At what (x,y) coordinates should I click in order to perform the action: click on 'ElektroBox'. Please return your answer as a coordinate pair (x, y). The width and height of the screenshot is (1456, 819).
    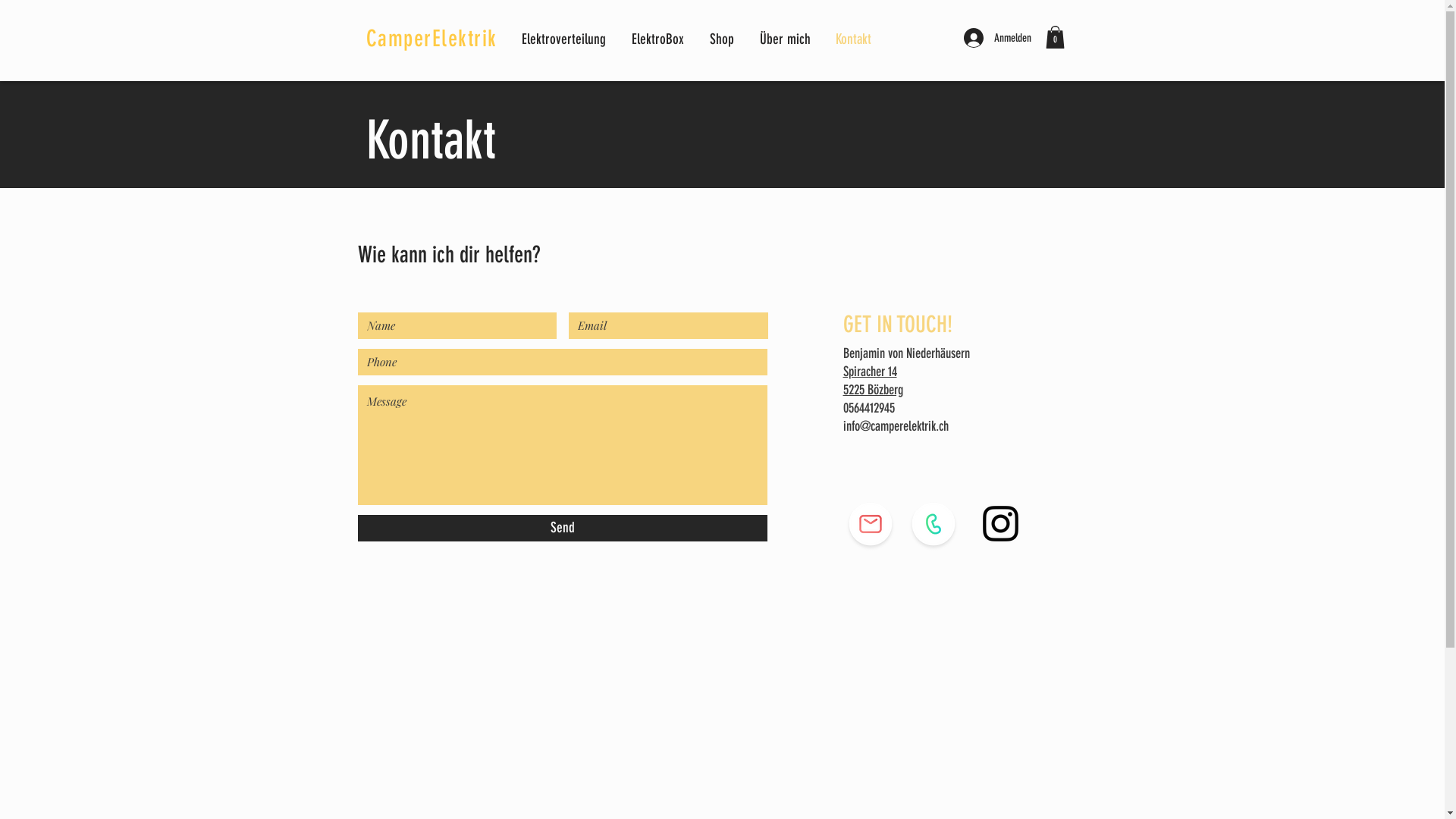
    Looking at the image, I should click on (659, 38).